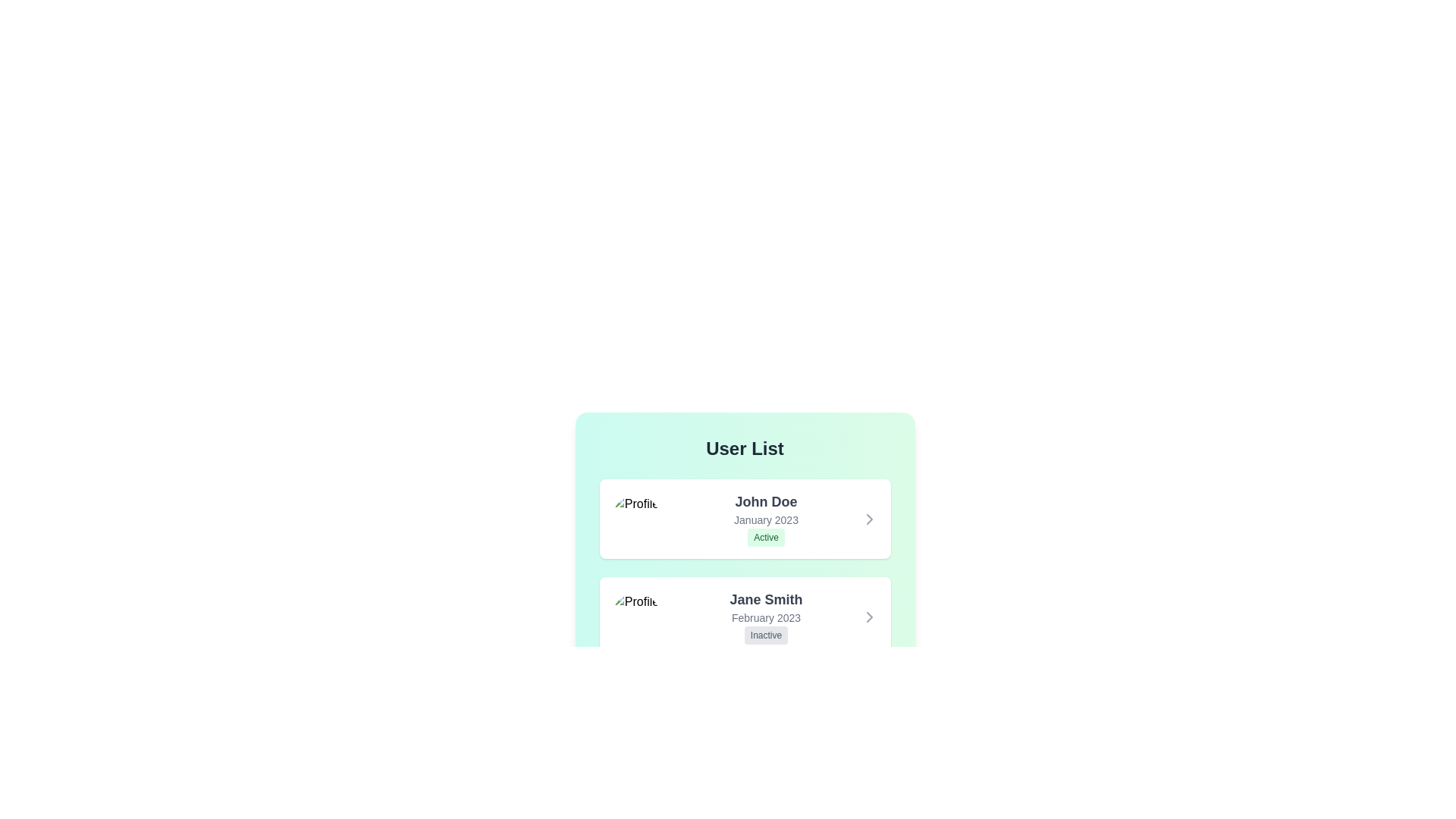  Describe the element at coordinates (635, 518) in the screenshot. I see `the profile picture of John Doe to inspect it` at that location.